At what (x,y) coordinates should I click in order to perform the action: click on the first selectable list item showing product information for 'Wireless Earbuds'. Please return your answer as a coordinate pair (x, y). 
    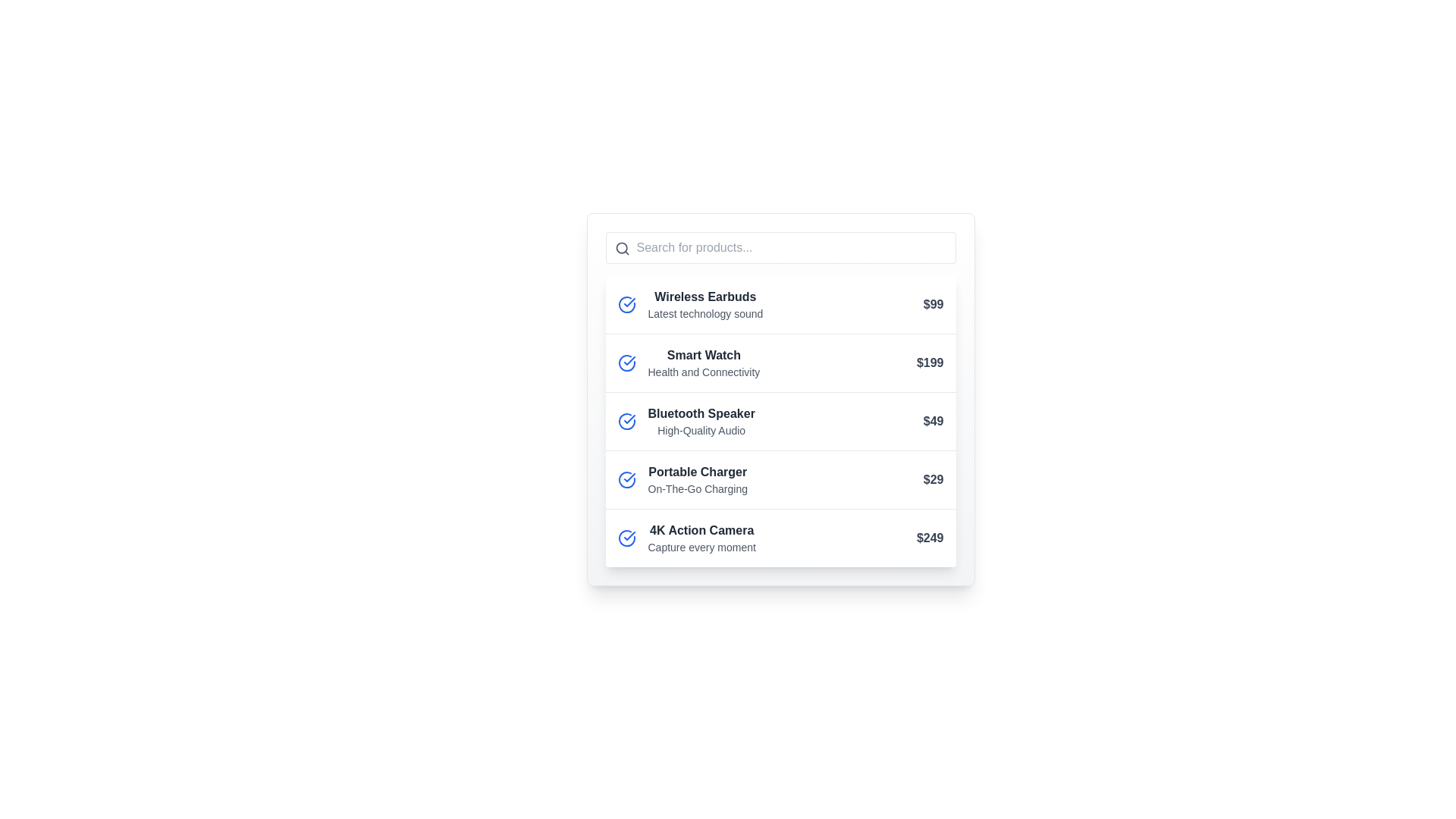
    Looking at the image, I should click on (780, 304).